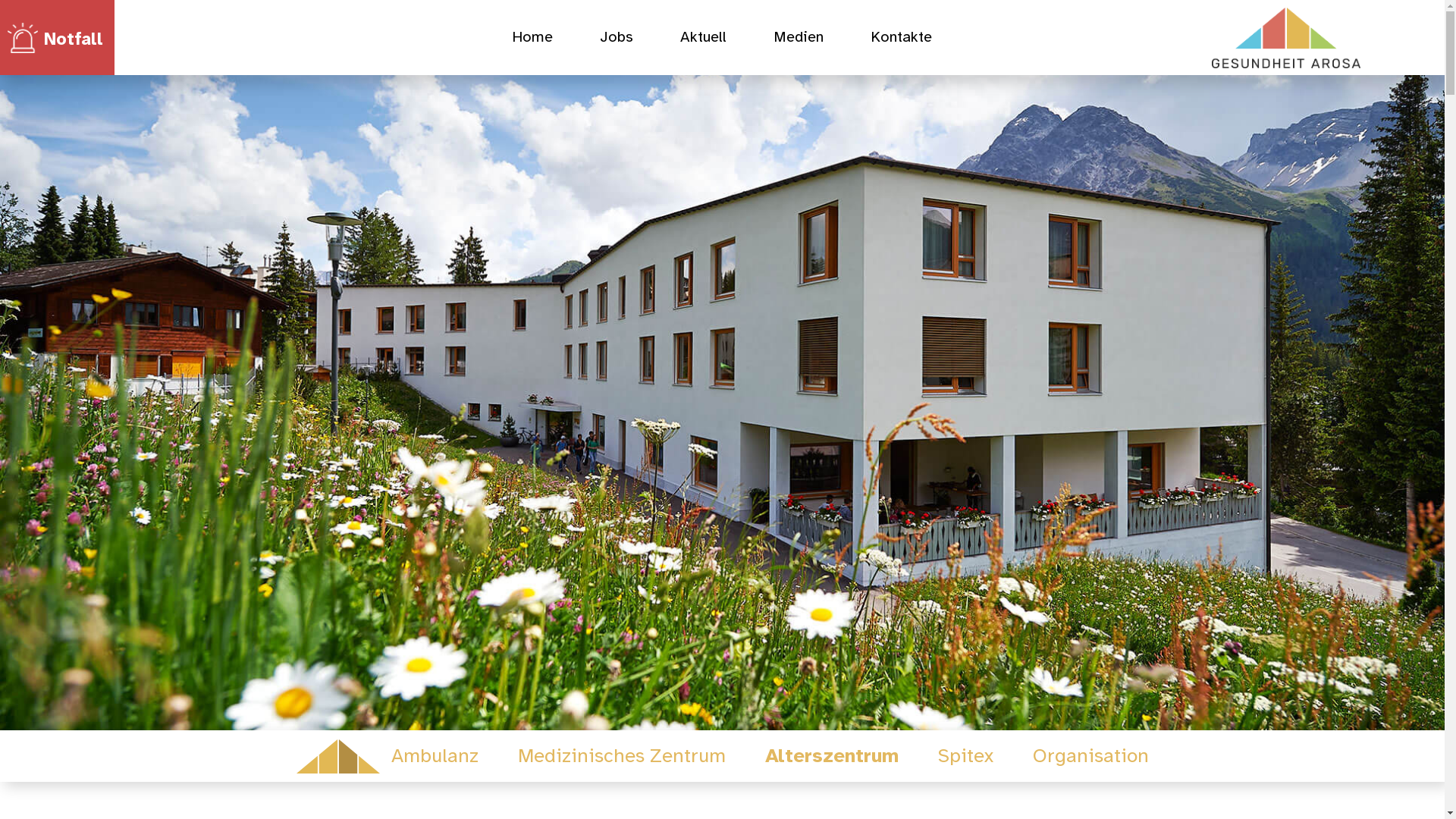 The height and width of the screenshot is (819, 1456). I want to click on 'mk-gesundheitarosa-logo-rgb-rz3-pos-gr', so click(1285, 37).